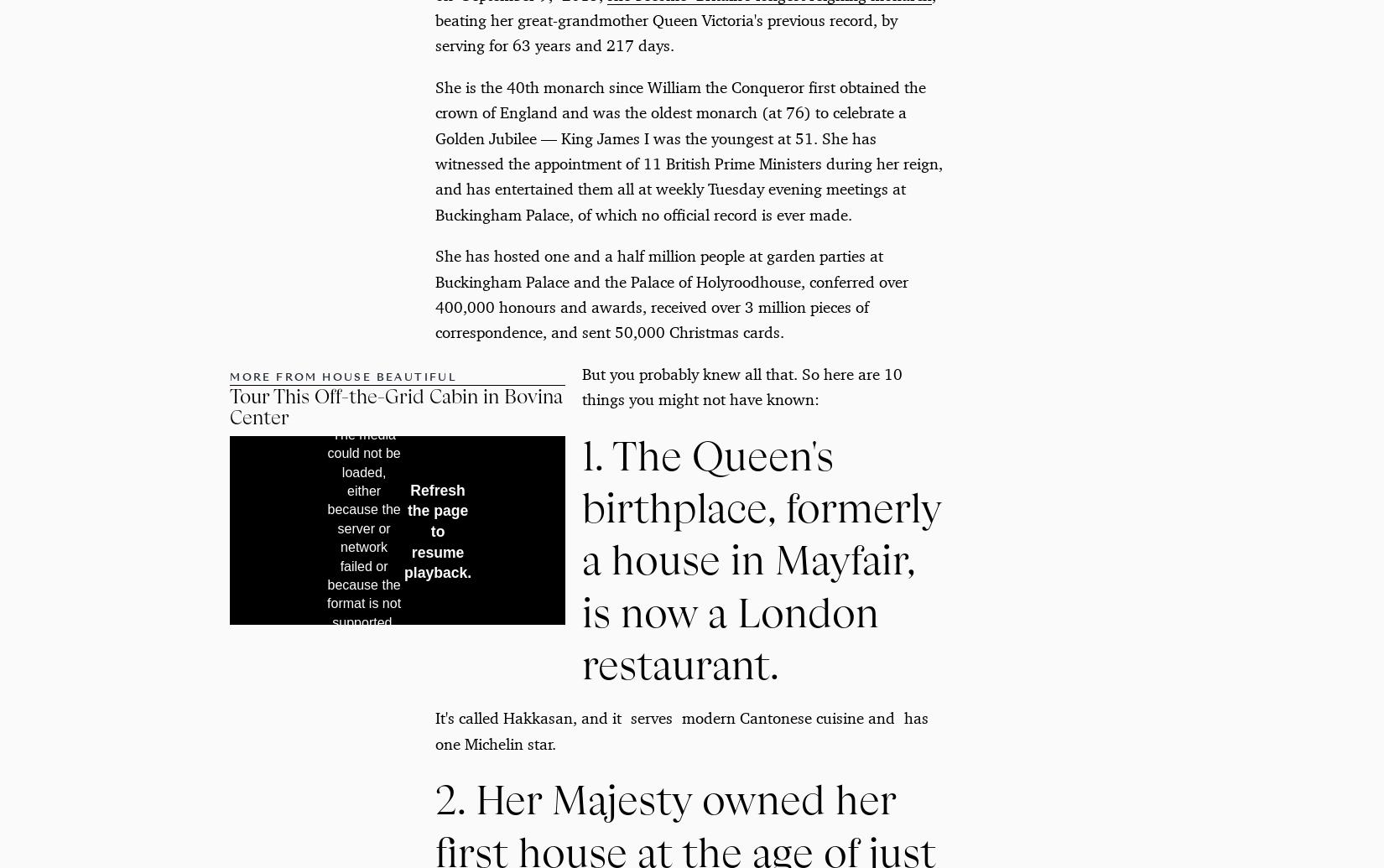 The image size is (1384, 868). Describe the element at coordinates (481, 652) in the screenshot. I see `'Media Kit'` at that location.